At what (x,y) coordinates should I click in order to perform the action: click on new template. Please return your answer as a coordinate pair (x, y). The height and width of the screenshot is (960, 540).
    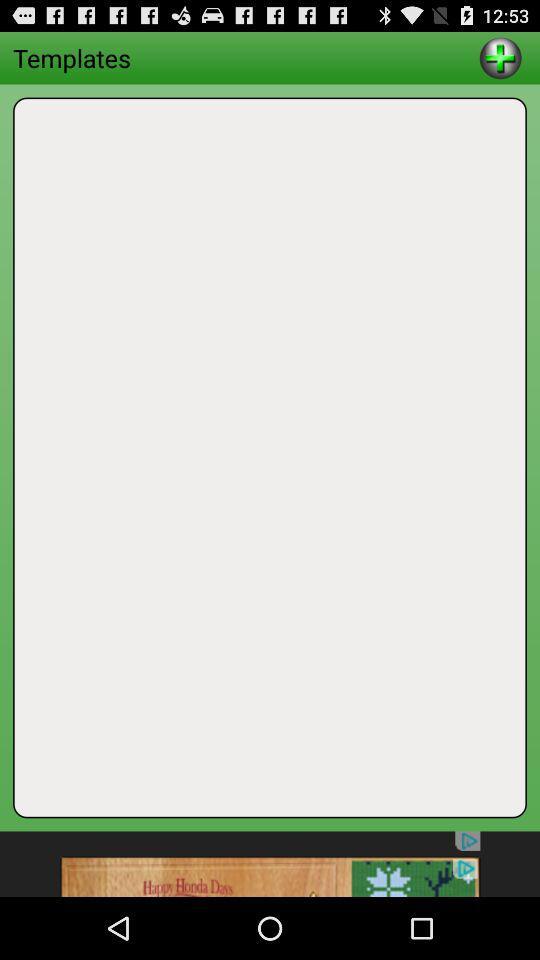
    Looking at the image, I should click on (499, 56).